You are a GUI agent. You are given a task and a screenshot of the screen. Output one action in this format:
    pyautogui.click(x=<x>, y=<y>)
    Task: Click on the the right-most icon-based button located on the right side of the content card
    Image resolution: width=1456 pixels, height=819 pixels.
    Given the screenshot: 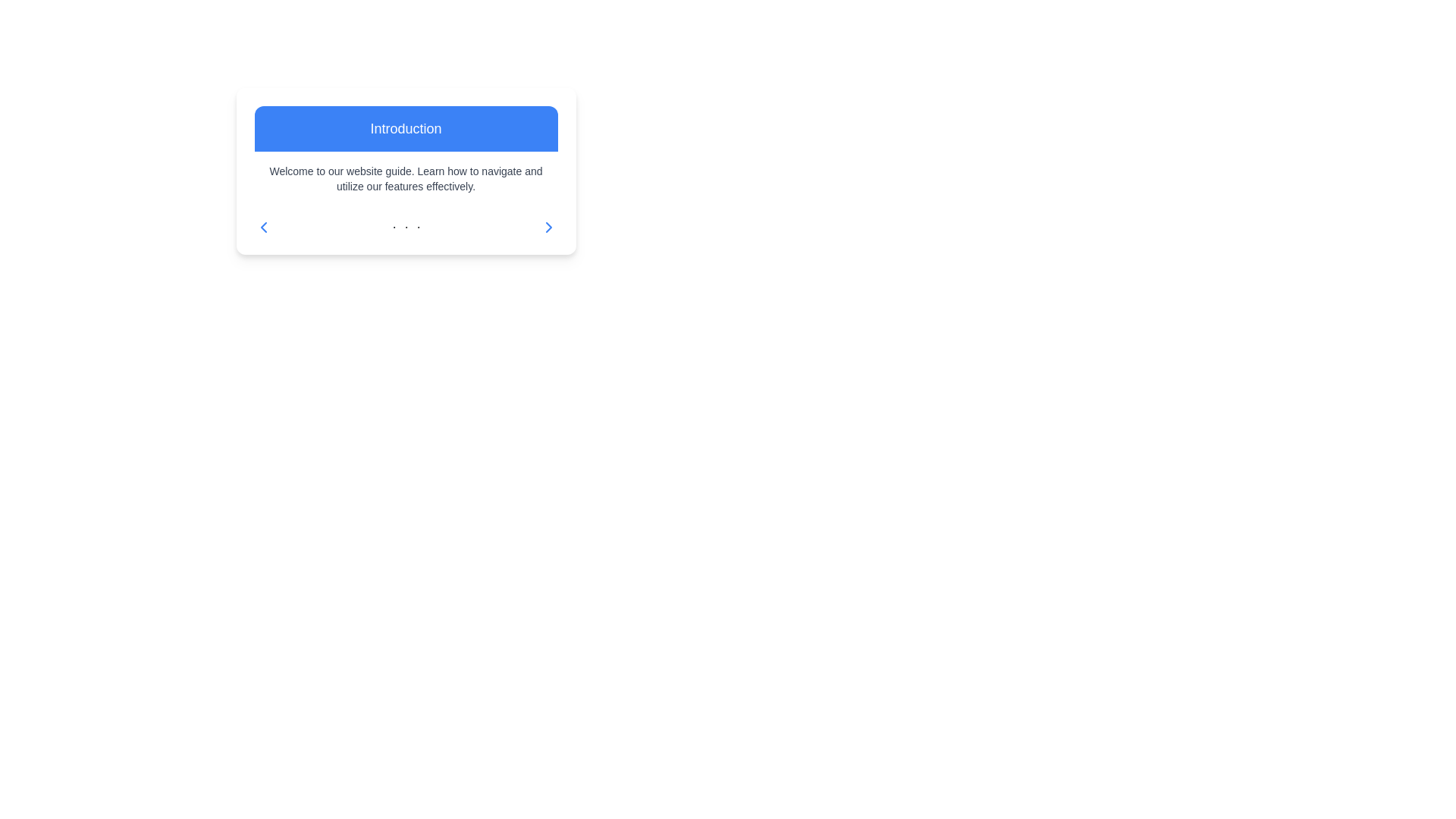 What is the action you would take?
    pyautogui.click(x=548, y=227)
    